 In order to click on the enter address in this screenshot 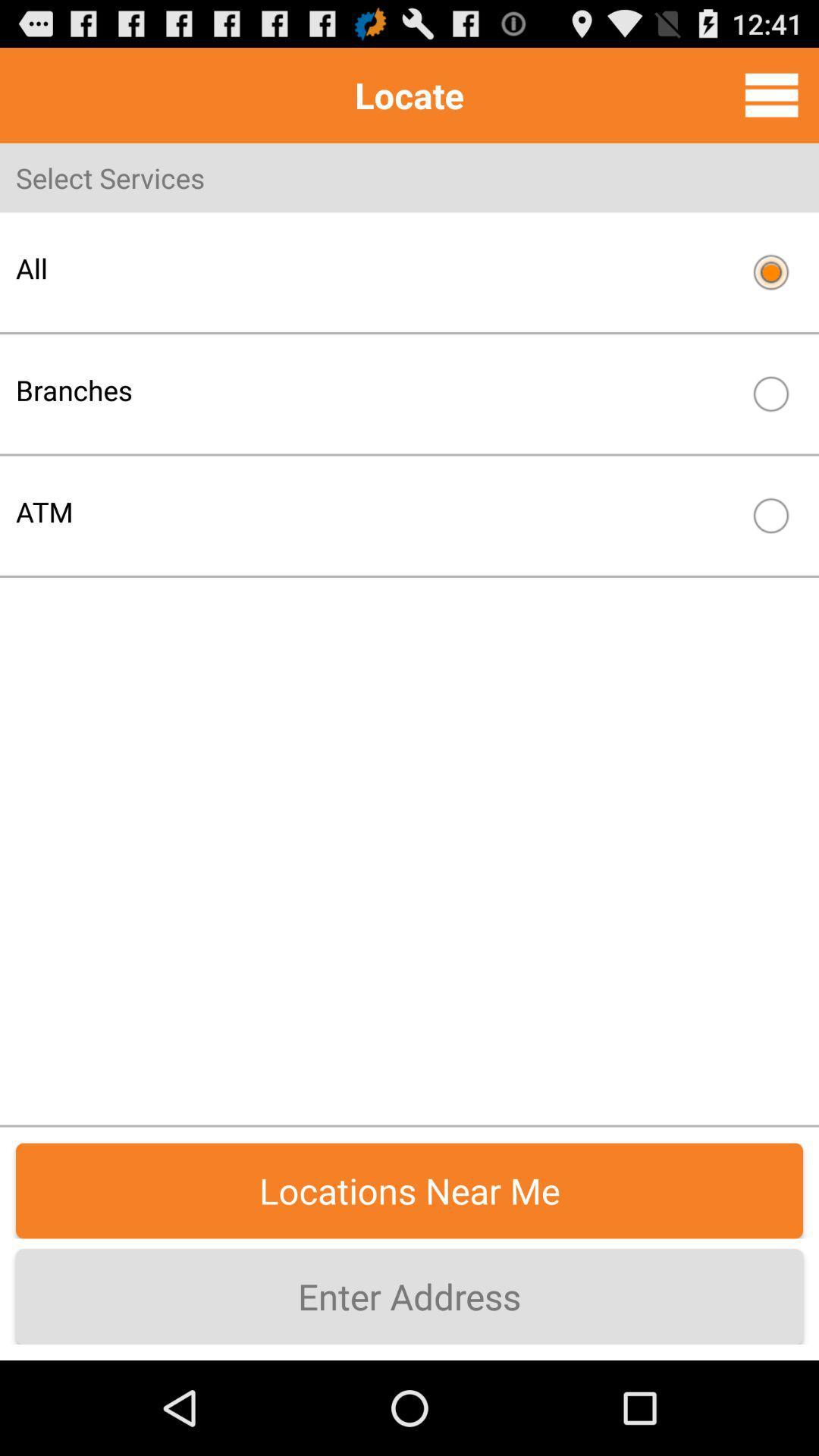, I will do `click(409, 1295)`.